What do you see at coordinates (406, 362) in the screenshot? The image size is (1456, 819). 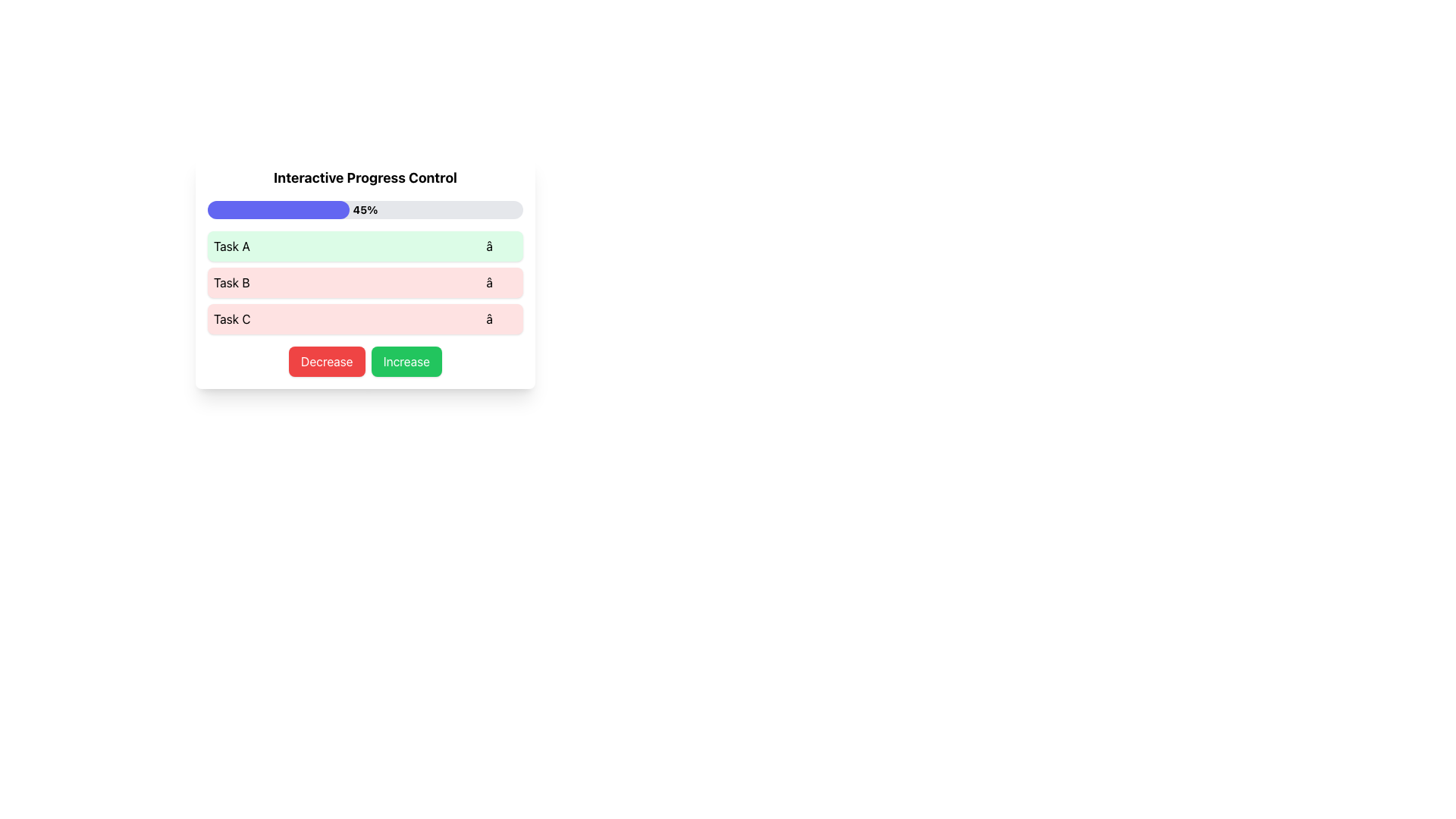 I see `the 'Increase' button with a green background and white text to trigger hover effects` at bounding box center [406, 362].